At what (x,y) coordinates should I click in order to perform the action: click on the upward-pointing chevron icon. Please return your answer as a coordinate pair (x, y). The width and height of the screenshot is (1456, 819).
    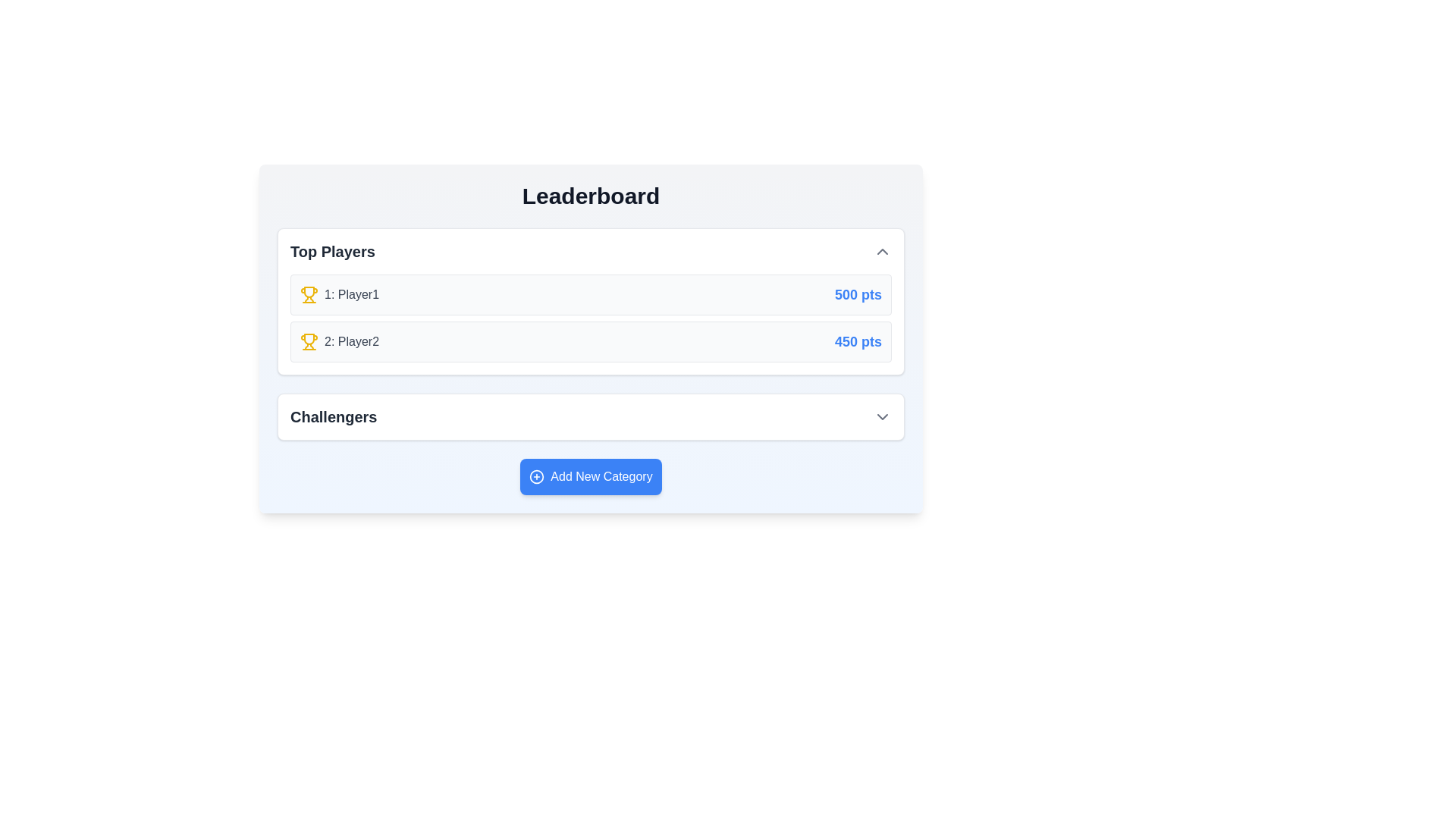
    Looking at the image, I should click on (882, 250).